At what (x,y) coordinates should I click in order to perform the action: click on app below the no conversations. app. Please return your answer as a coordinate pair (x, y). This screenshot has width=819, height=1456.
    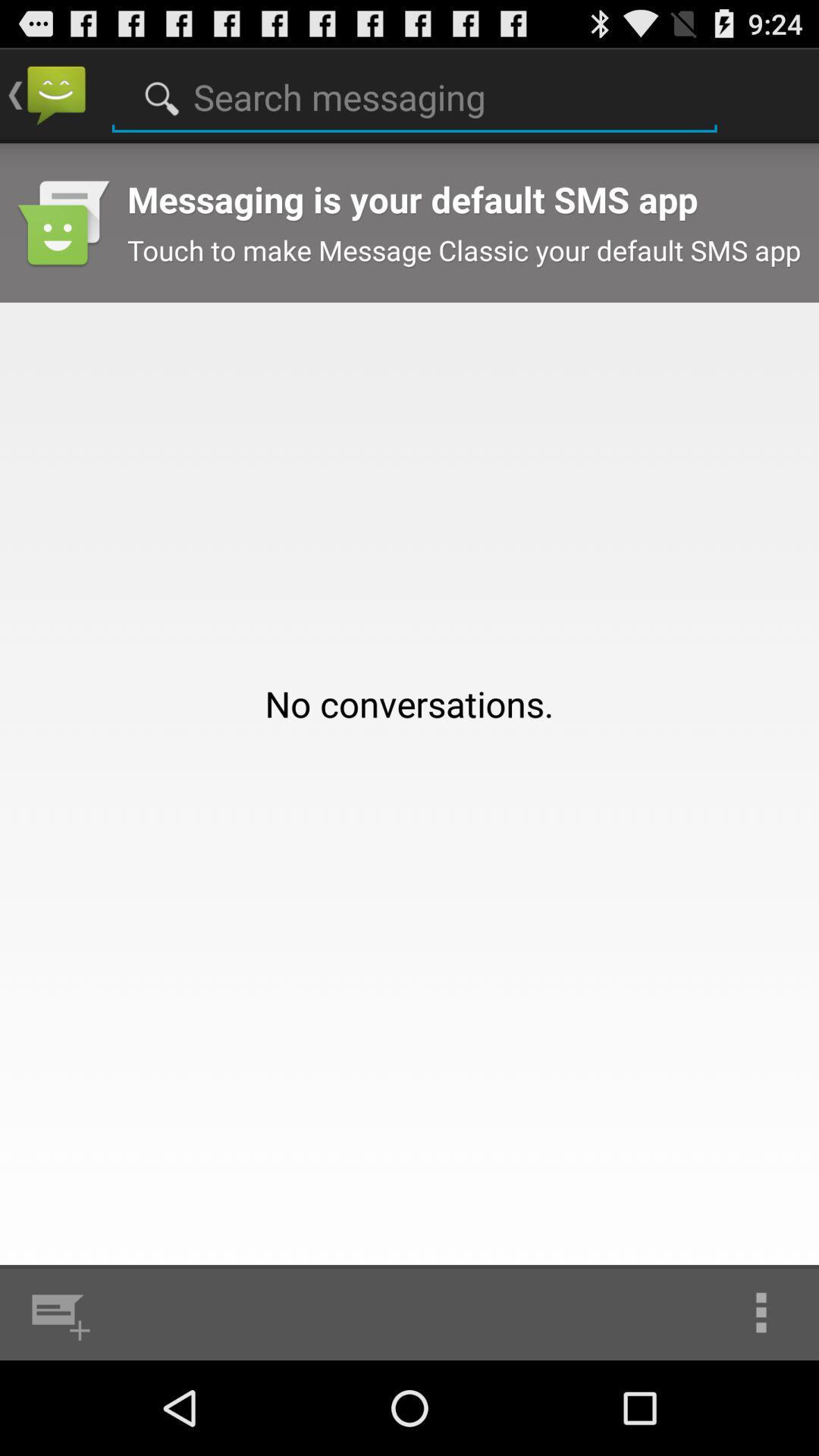
    Looking at the image, I should click on (761, 1312).